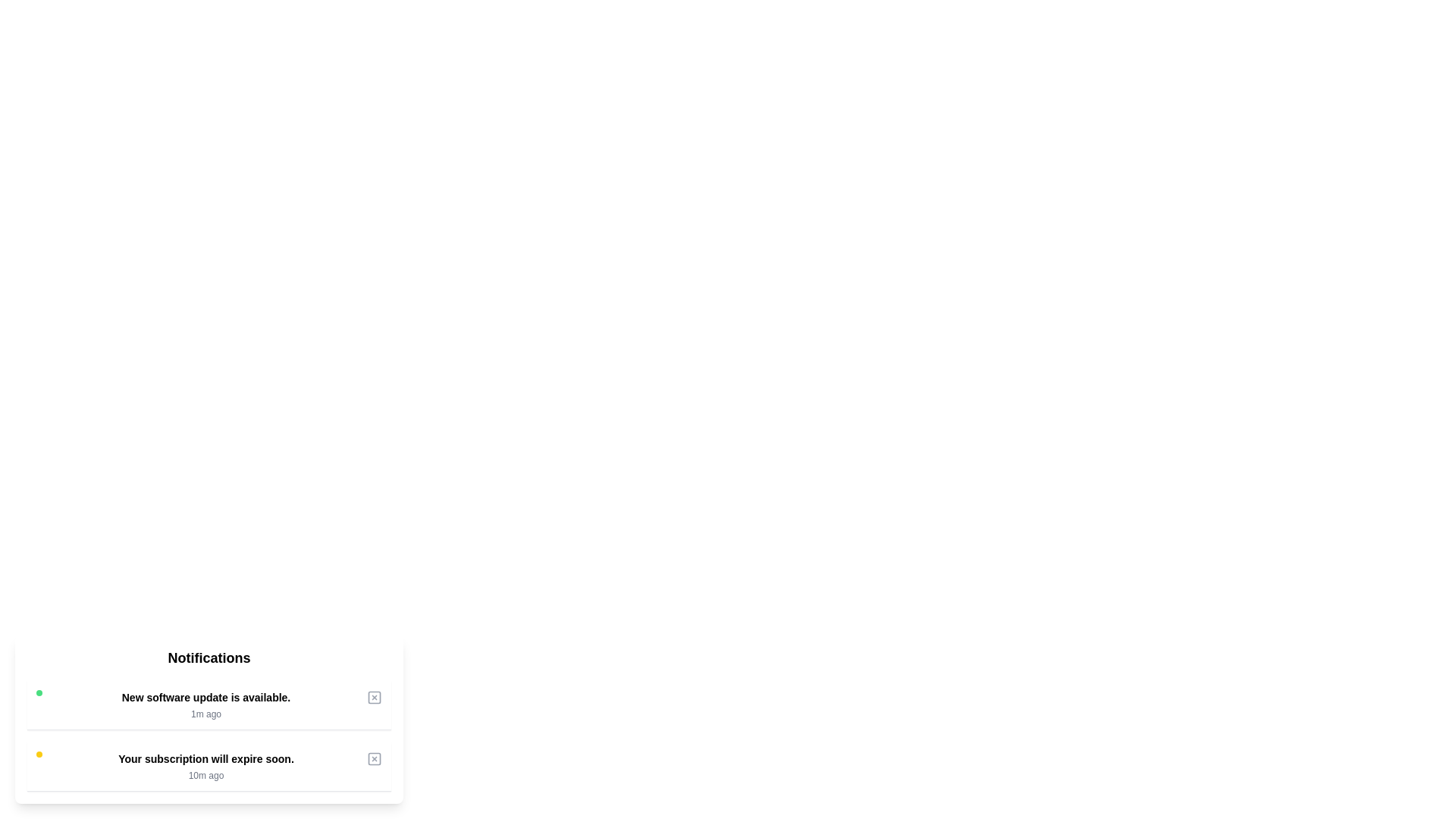 This screenshot has width=1456, height=819. Describe the element at coordinates (206, 766) in the screenshot. I see `subscription status notification text block located in the lower notification section, which includes a yellow dot to the left and an 'X' button to the right` at that location.